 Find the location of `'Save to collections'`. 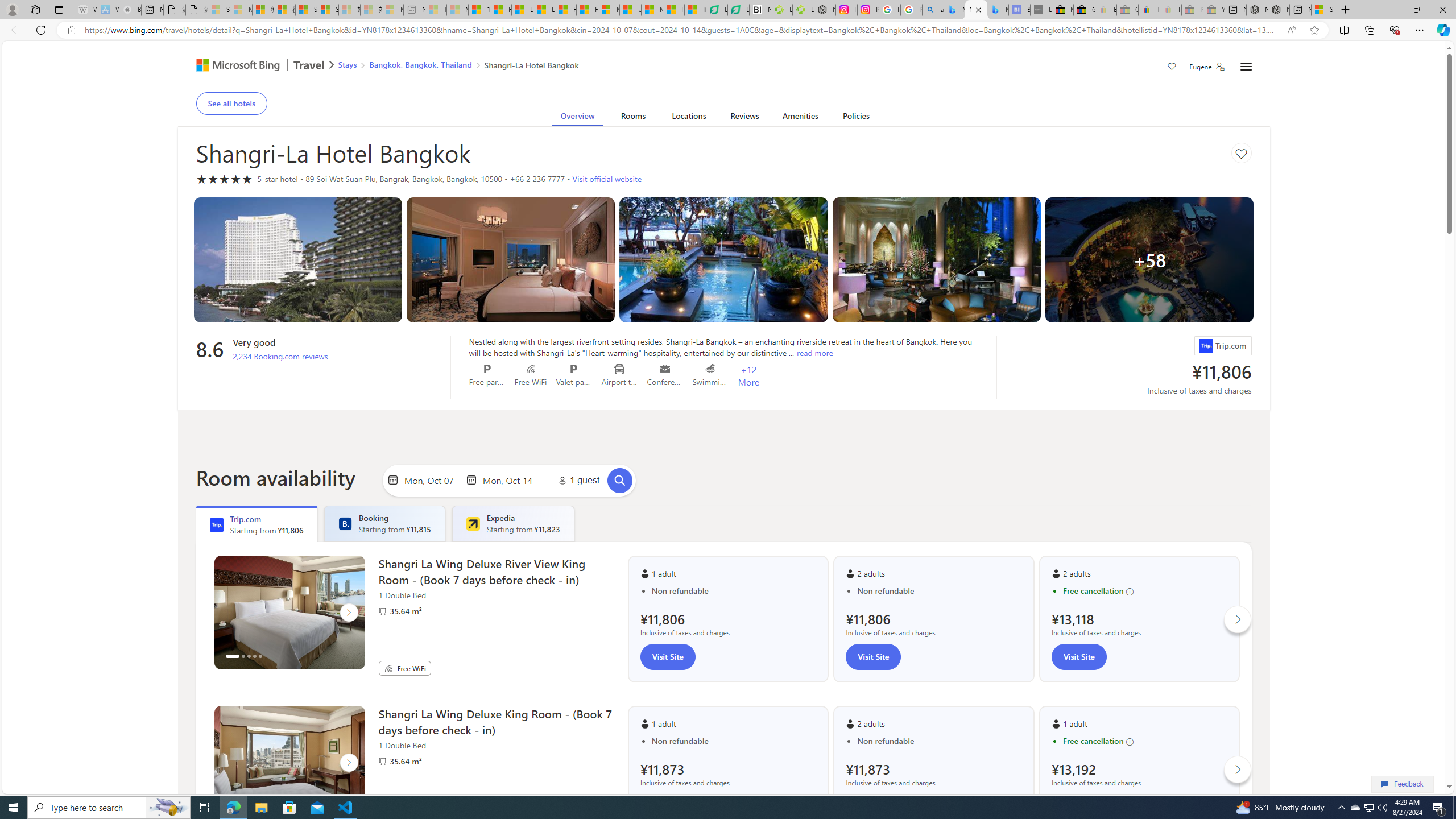

'Save to collections' is located at coordinates (1240, 152).